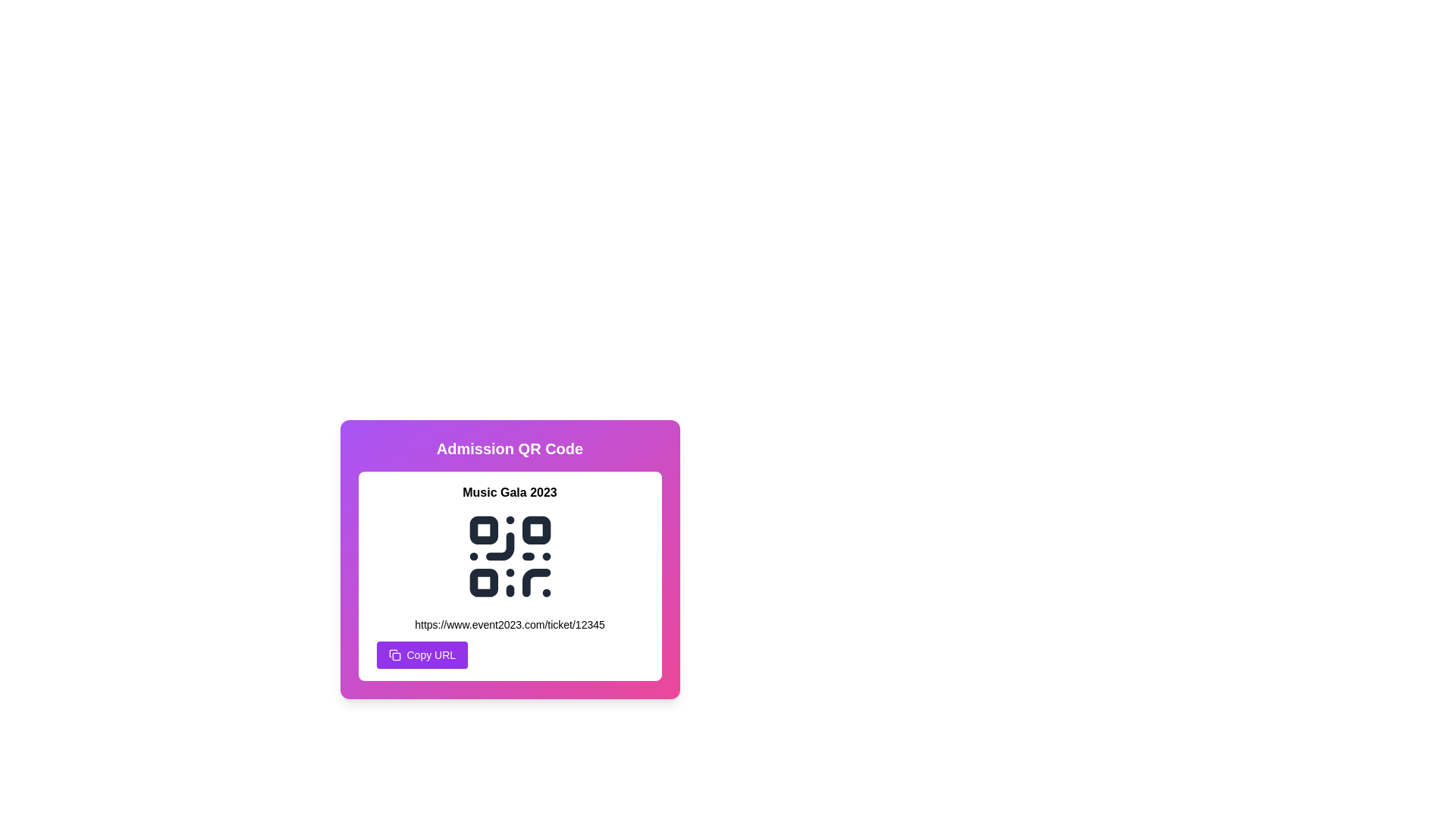 The height and width of the screenshot is (819, 1456). I want to click on the QR code in the white card with rounded edges and a shadowed border, located directly below the title 'Admission QR Code' to scan it, so click(510, 576).